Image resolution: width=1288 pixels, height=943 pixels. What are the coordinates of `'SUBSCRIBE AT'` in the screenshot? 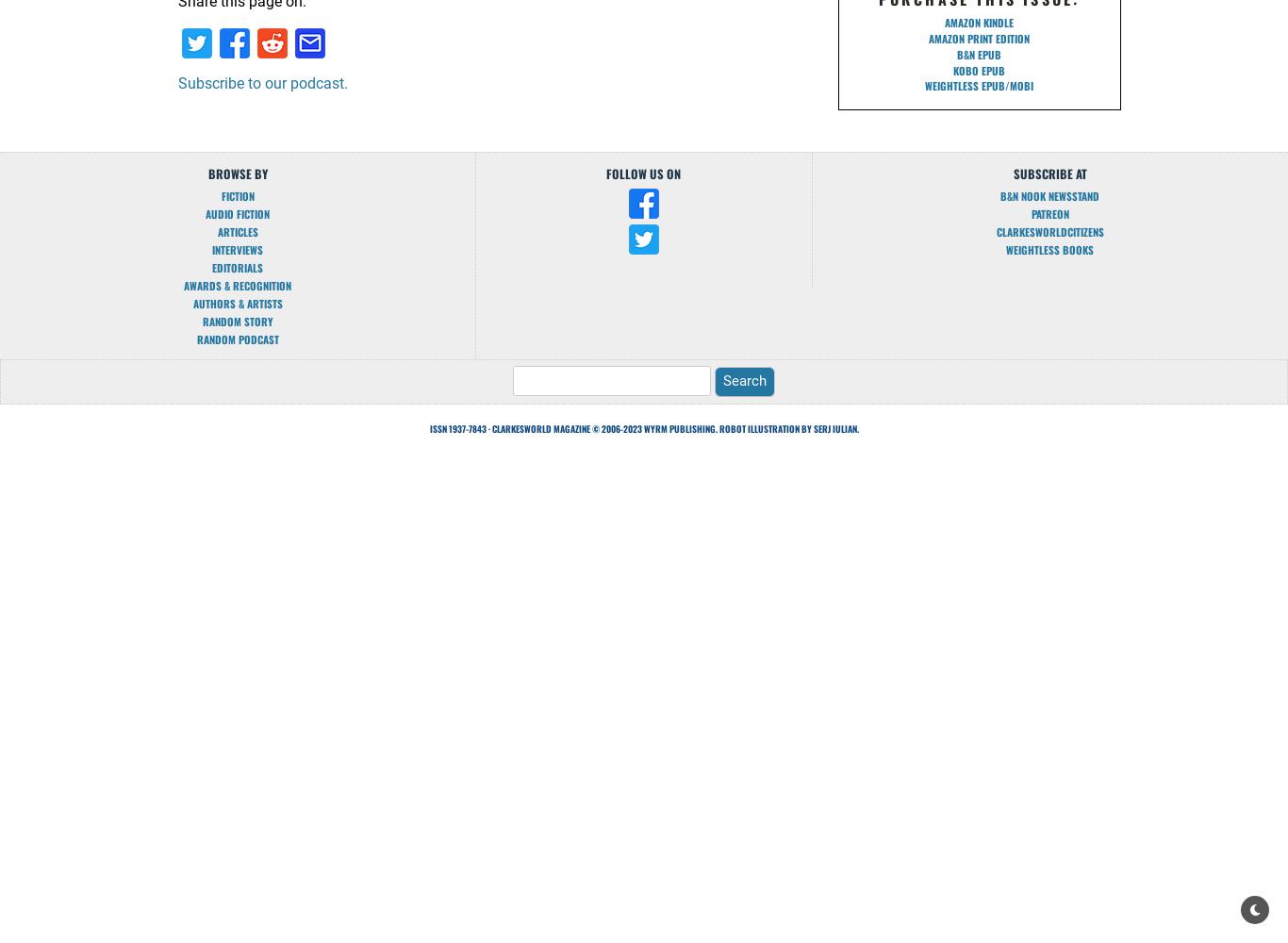 It's located at (1049, 173).